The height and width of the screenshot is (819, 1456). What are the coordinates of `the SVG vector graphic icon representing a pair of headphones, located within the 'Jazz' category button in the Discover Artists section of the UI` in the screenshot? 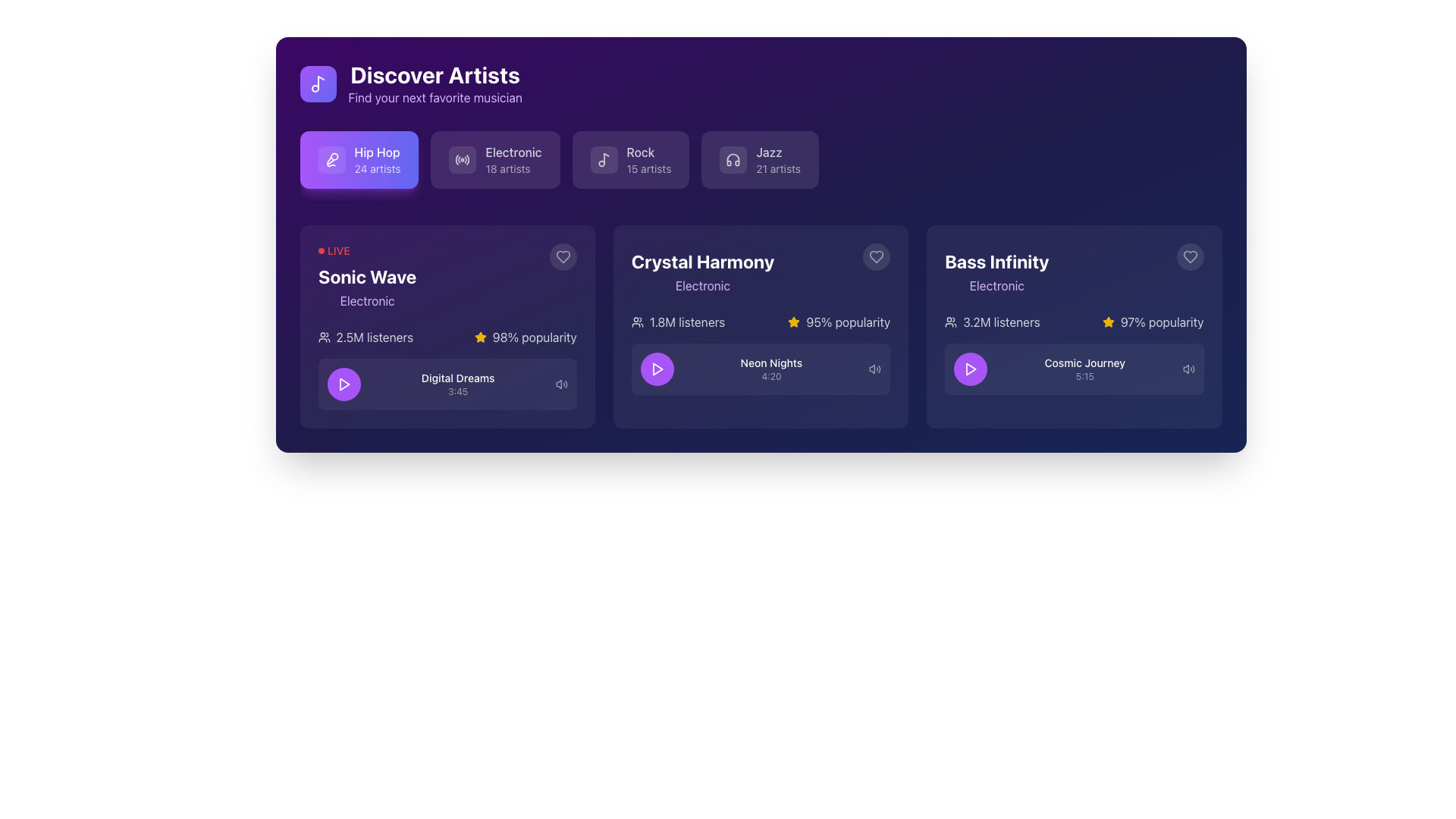 It's located at (733, 160).